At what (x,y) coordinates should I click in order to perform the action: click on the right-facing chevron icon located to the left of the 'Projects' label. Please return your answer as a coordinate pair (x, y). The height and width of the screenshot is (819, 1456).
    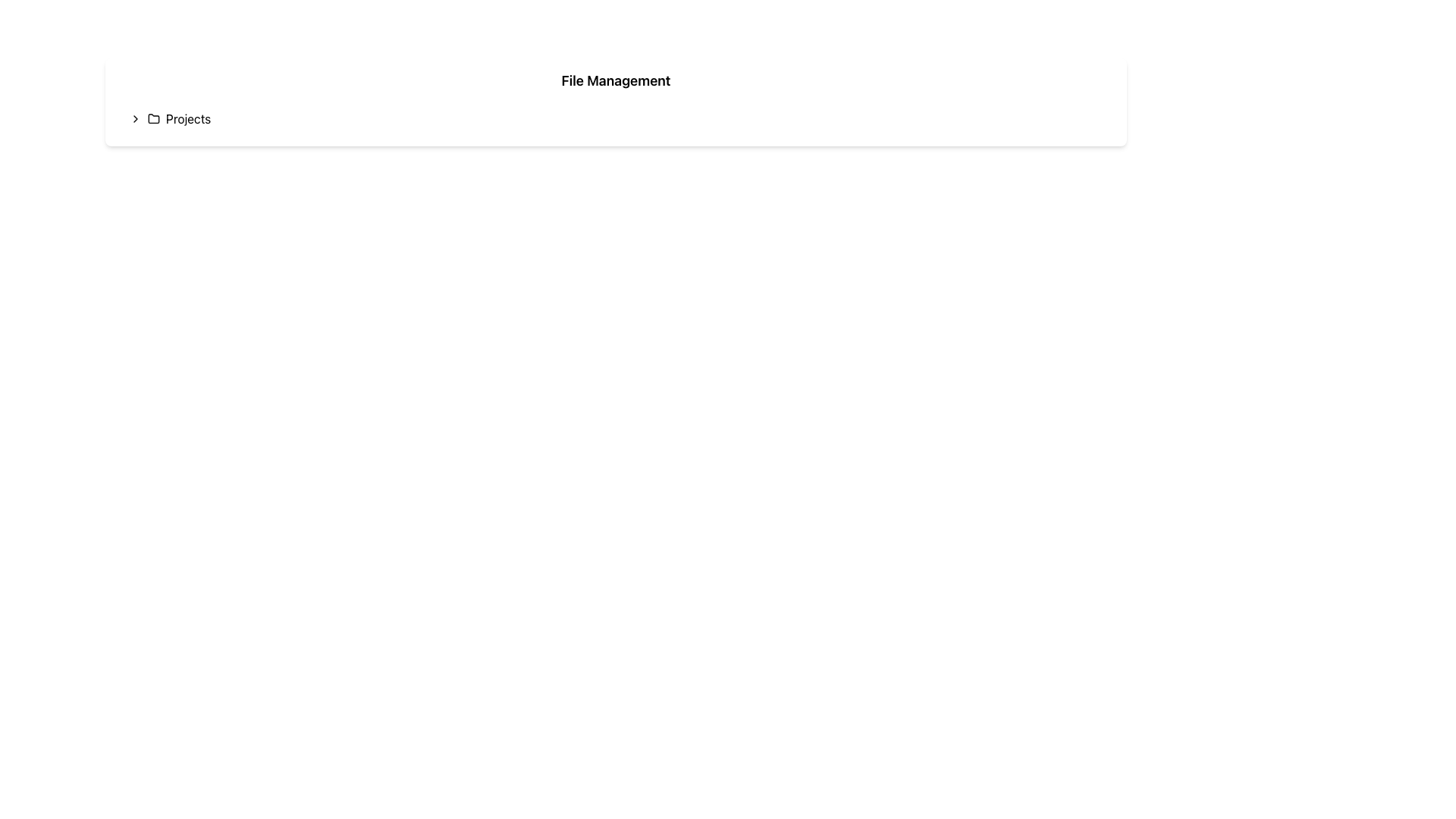
    Looking at the image, I should click on (135, 118).